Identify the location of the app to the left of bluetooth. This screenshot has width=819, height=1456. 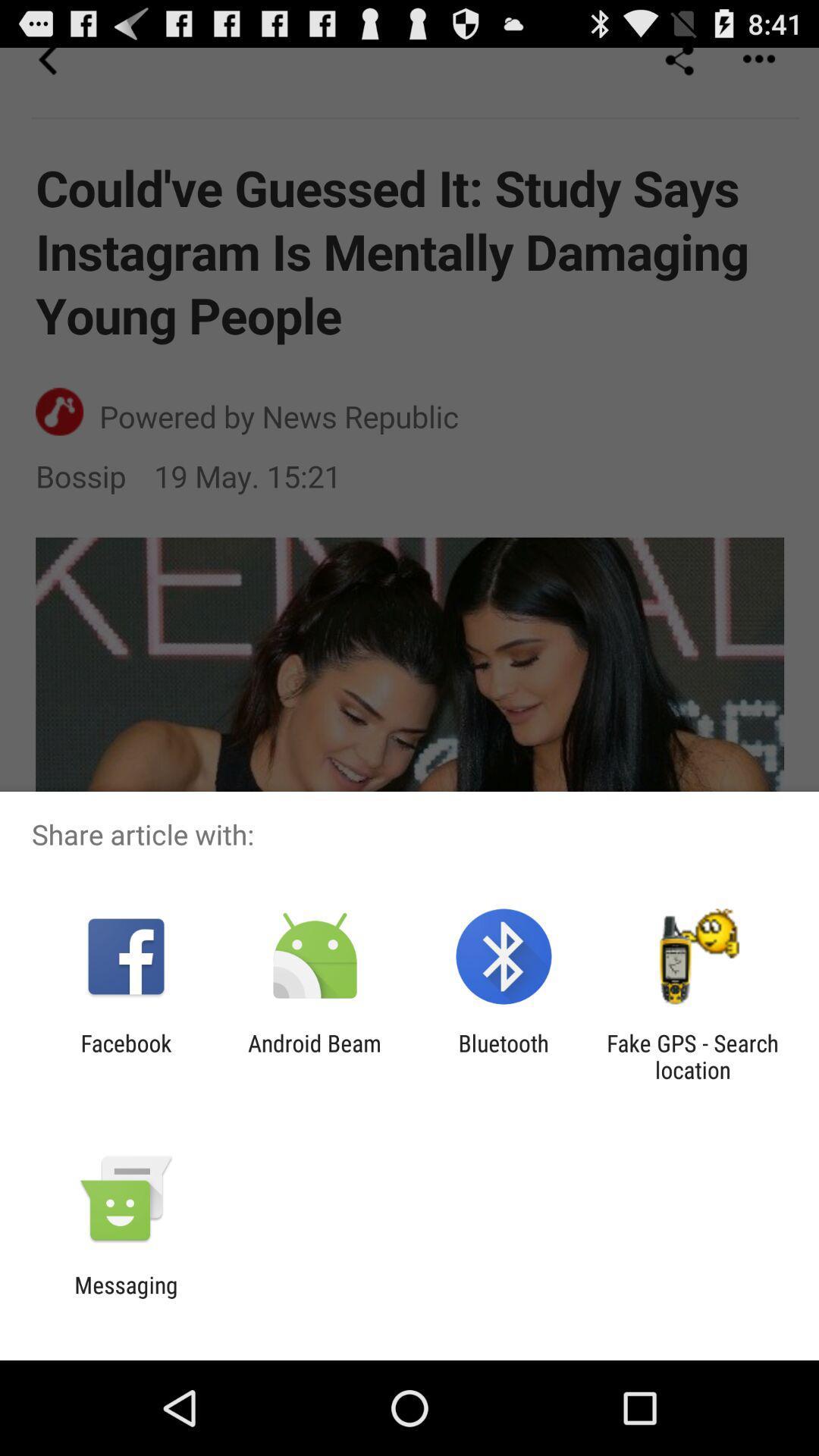
(314, 1056).